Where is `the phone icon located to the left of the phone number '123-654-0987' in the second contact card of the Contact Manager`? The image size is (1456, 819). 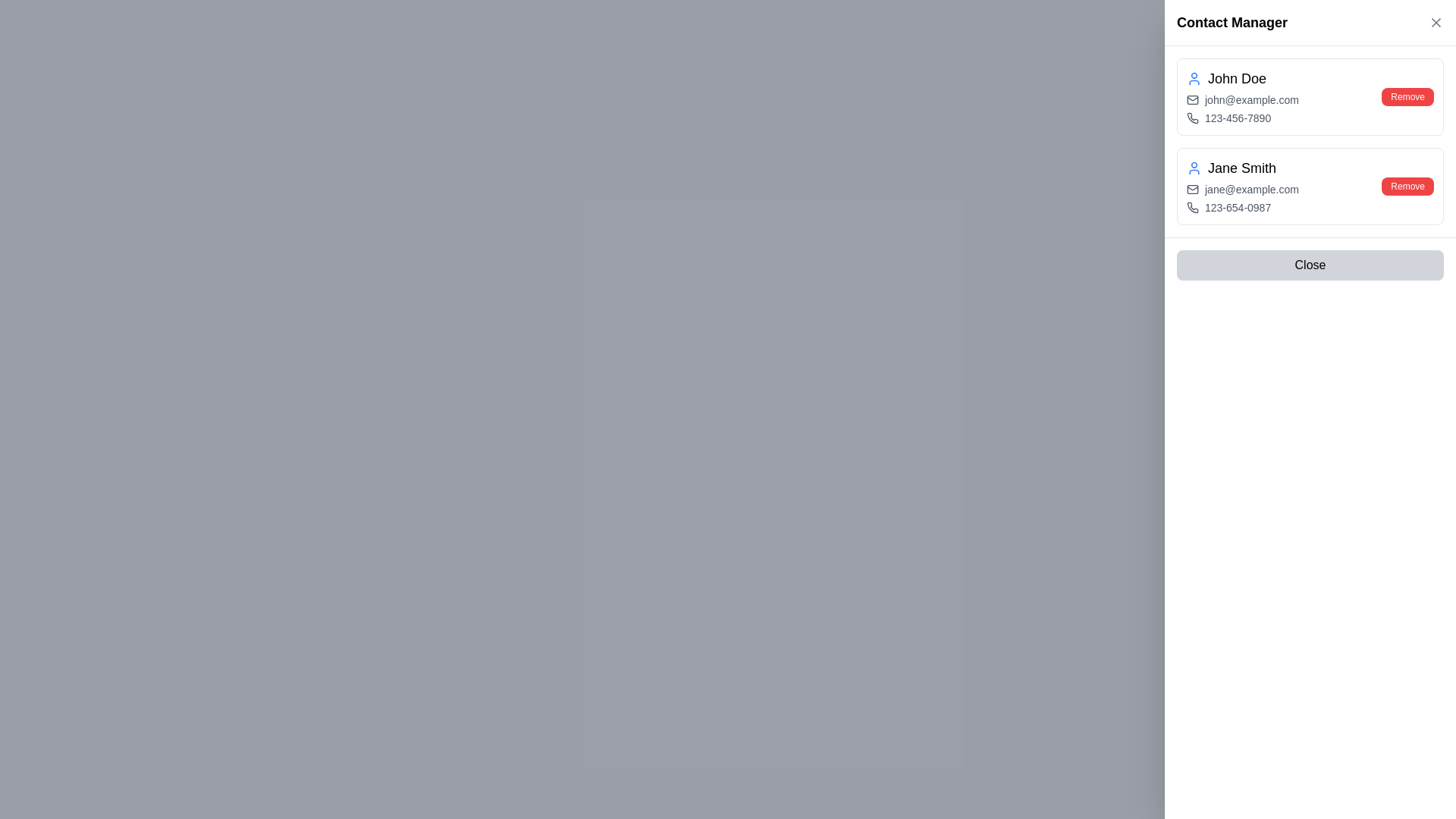
the phone icon located to the left of the phone number '123-654-0987' in the second contact card of the Contact Manager is located at coordinates (1192, 207).